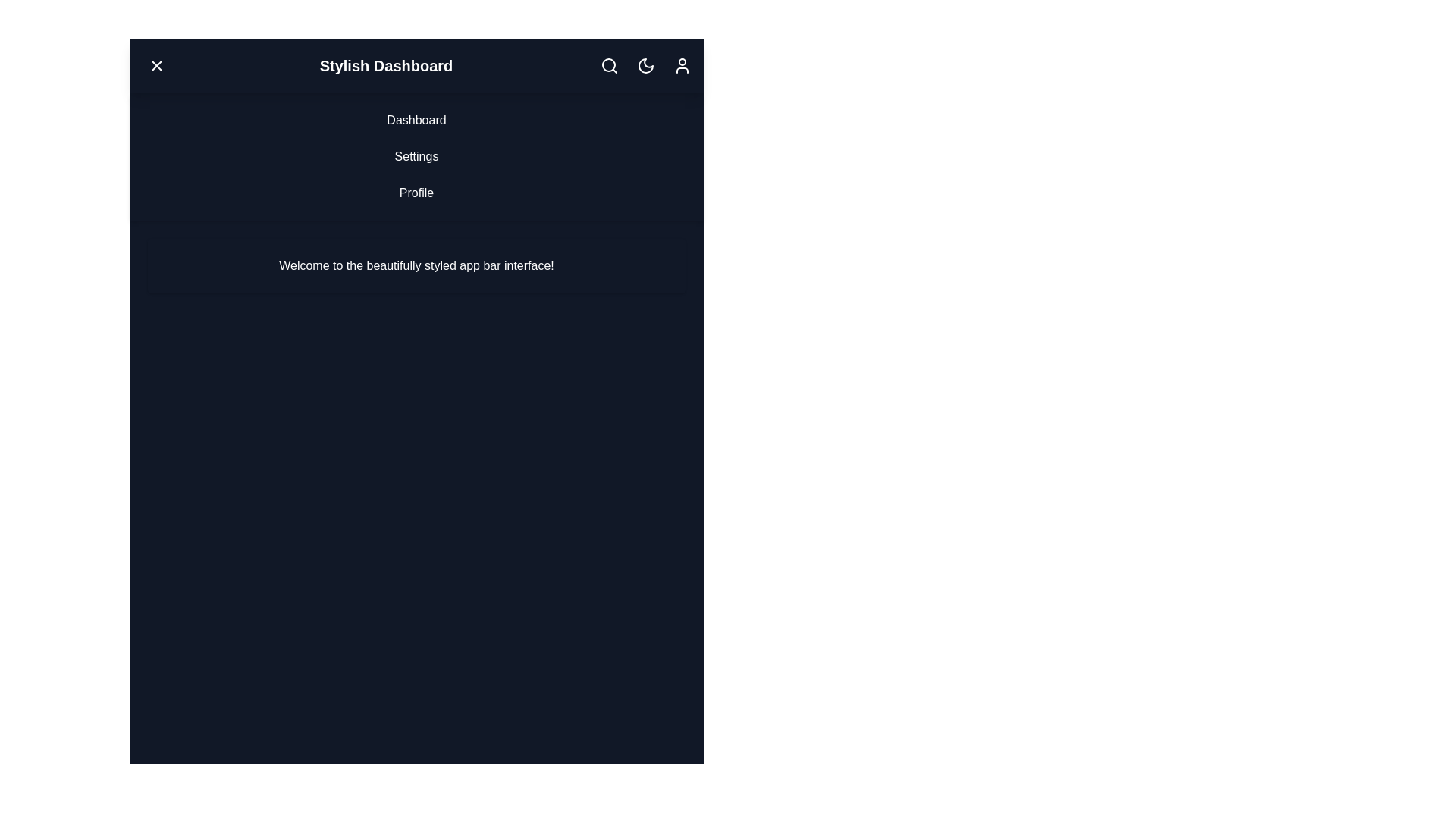 The height and width of the screenshot is (819, 1456). I want to click on the menu toggle button to toggle the menu visibility, so click(156, 65).